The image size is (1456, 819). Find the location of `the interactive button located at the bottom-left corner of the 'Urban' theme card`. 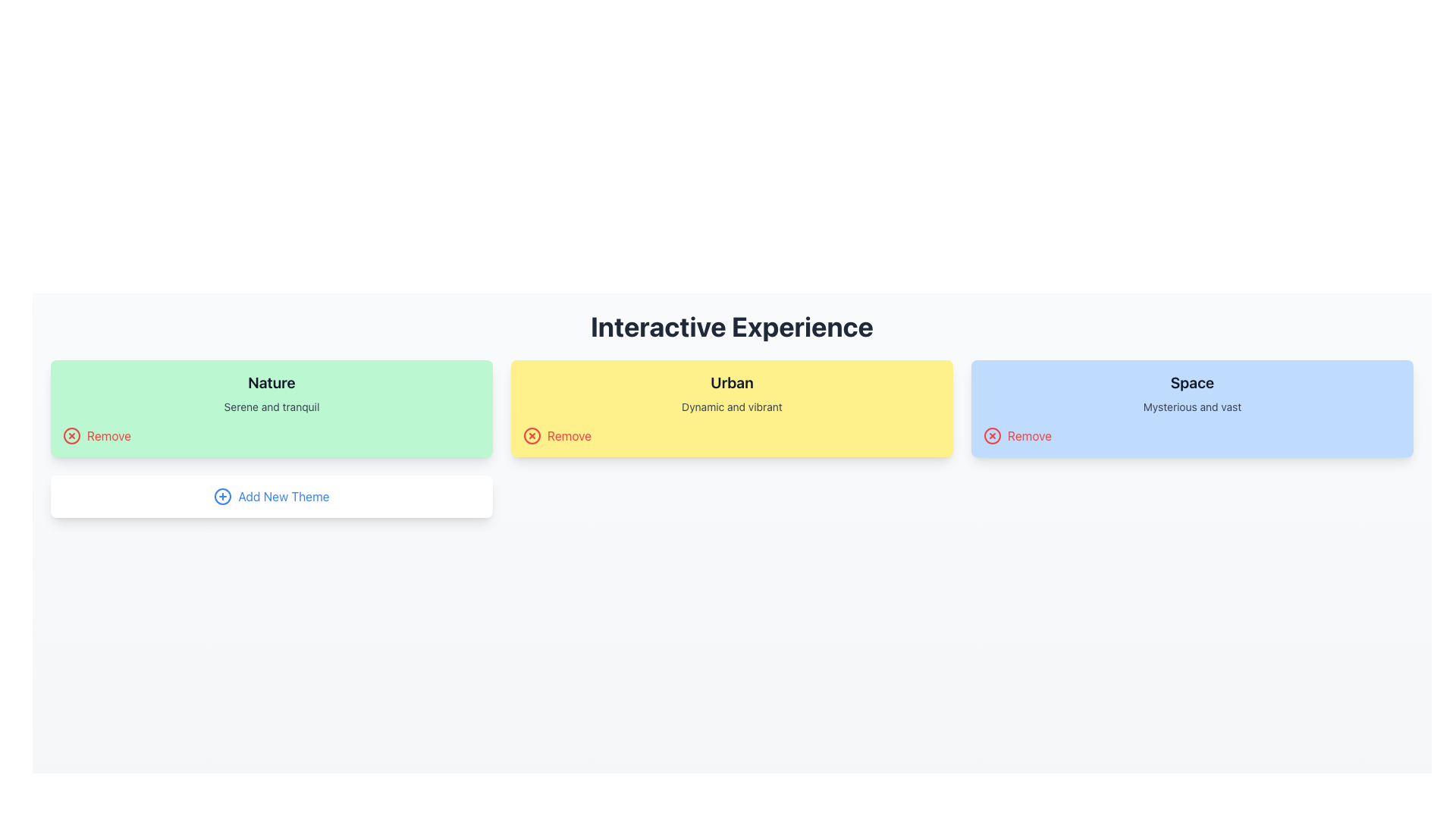

the interactive button located at the bottom-left corner of the 'Urban' theme card is located at coordinates (556, 435).